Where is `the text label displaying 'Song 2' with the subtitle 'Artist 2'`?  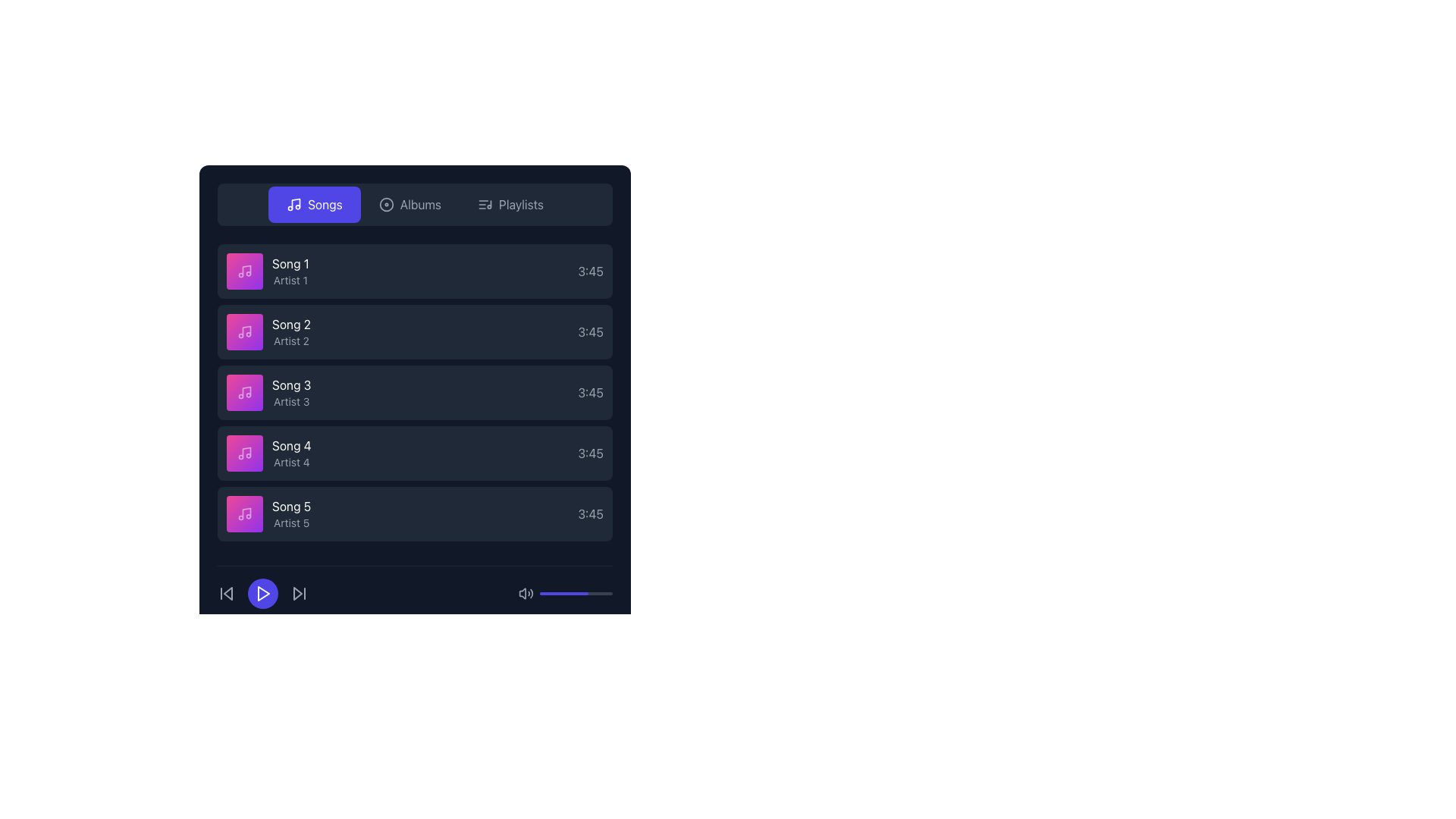
the text label displaying 'Song 2' with the subtitle 'Artist 2' is located at coordinates (291, 331).